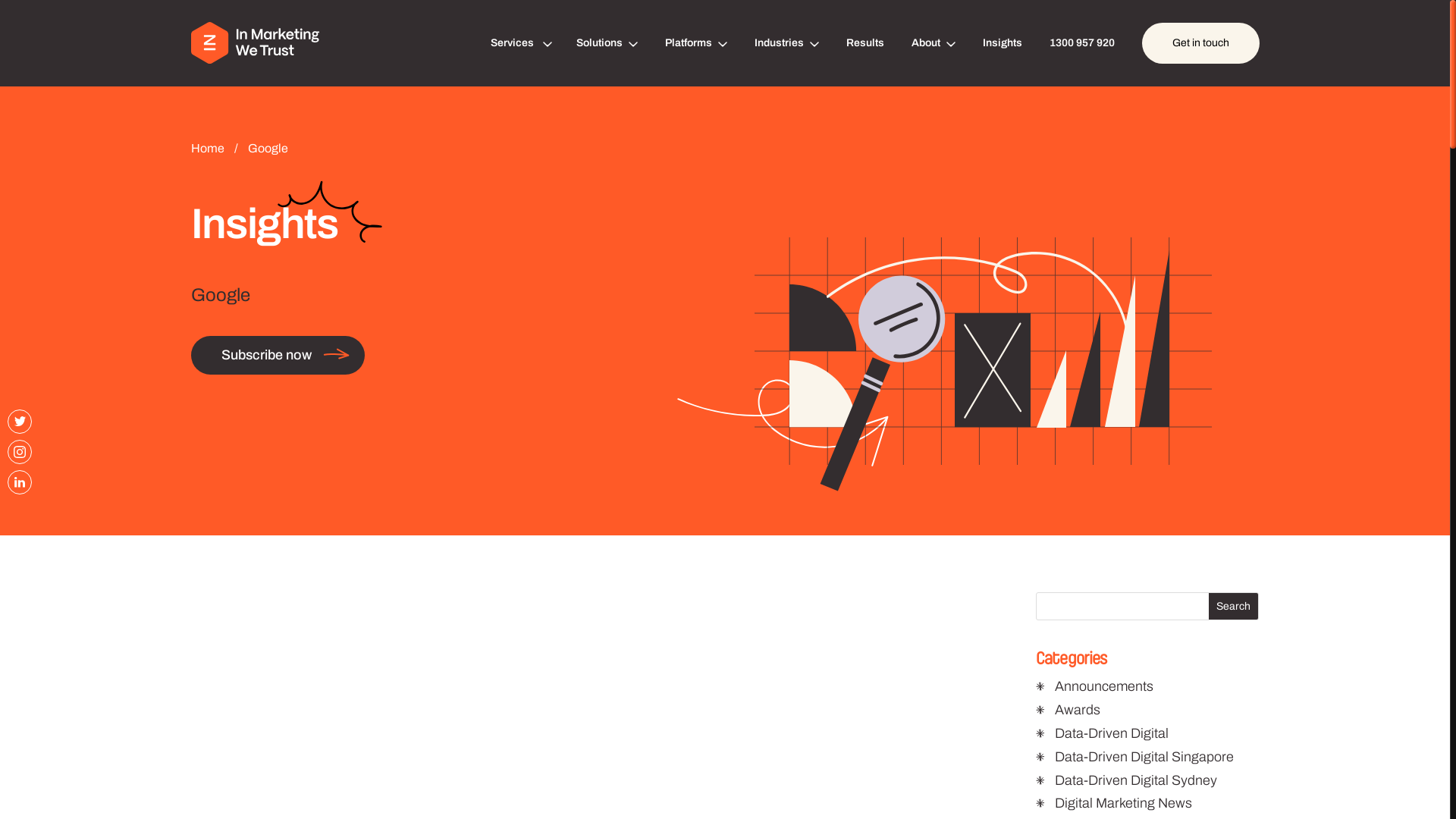 The image size is (1456, 819). I want to click on 'Awards', so click(1054, 710).